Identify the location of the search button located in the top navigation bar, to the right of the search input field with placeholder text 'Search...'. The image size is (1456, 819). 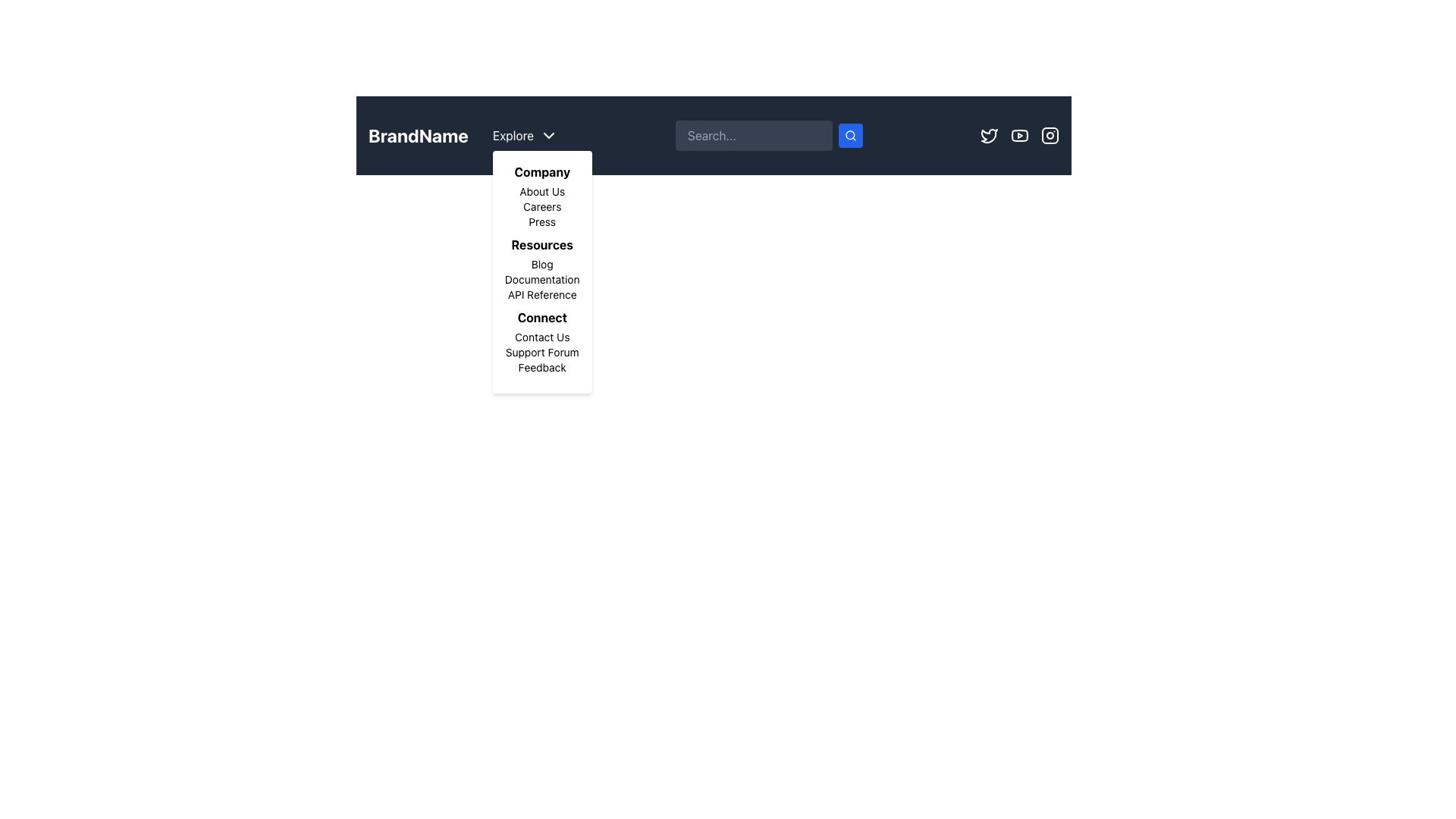
(850, 134).